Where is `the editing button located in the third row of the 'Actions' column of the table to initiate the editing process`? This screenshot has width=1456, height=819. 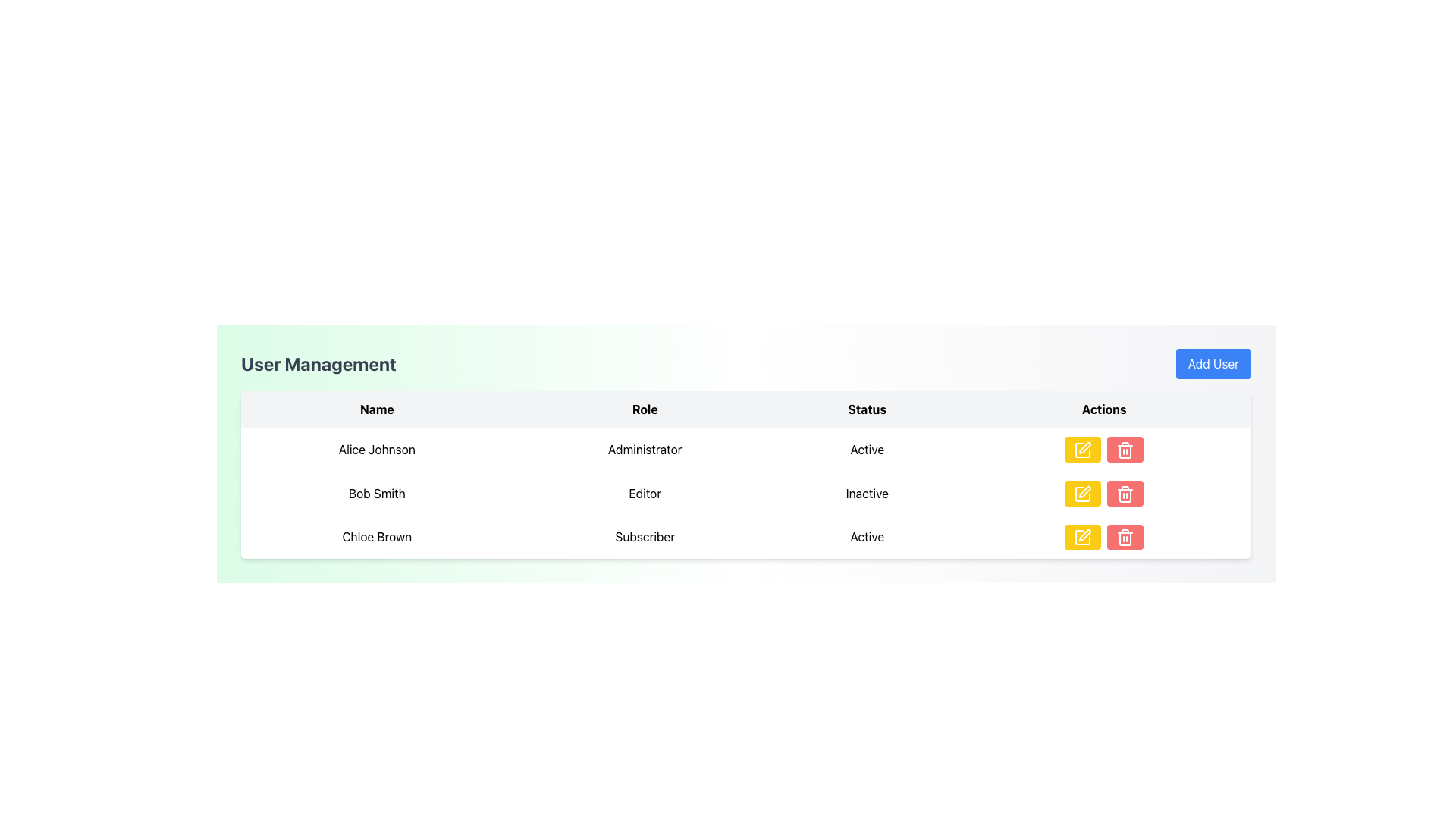
the editing button located in the third row of the 'Actions' column of the table to initiate the editing process is located at coordinates (1082, 536).